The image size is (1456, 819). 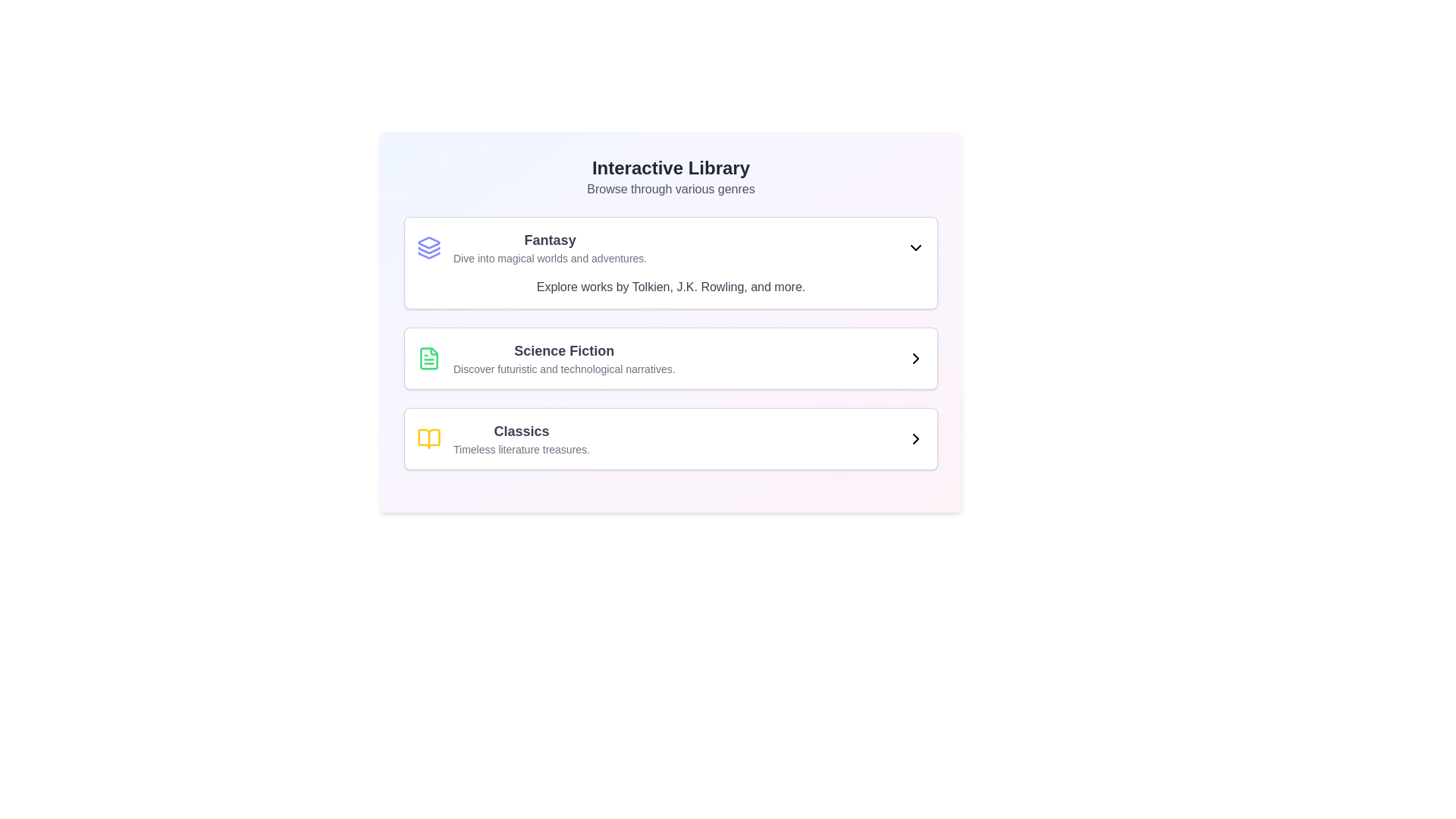 I want to click on the first List Item representing the 'Fantasy' genre in the Interactive Library, so click(x=532, y=247).